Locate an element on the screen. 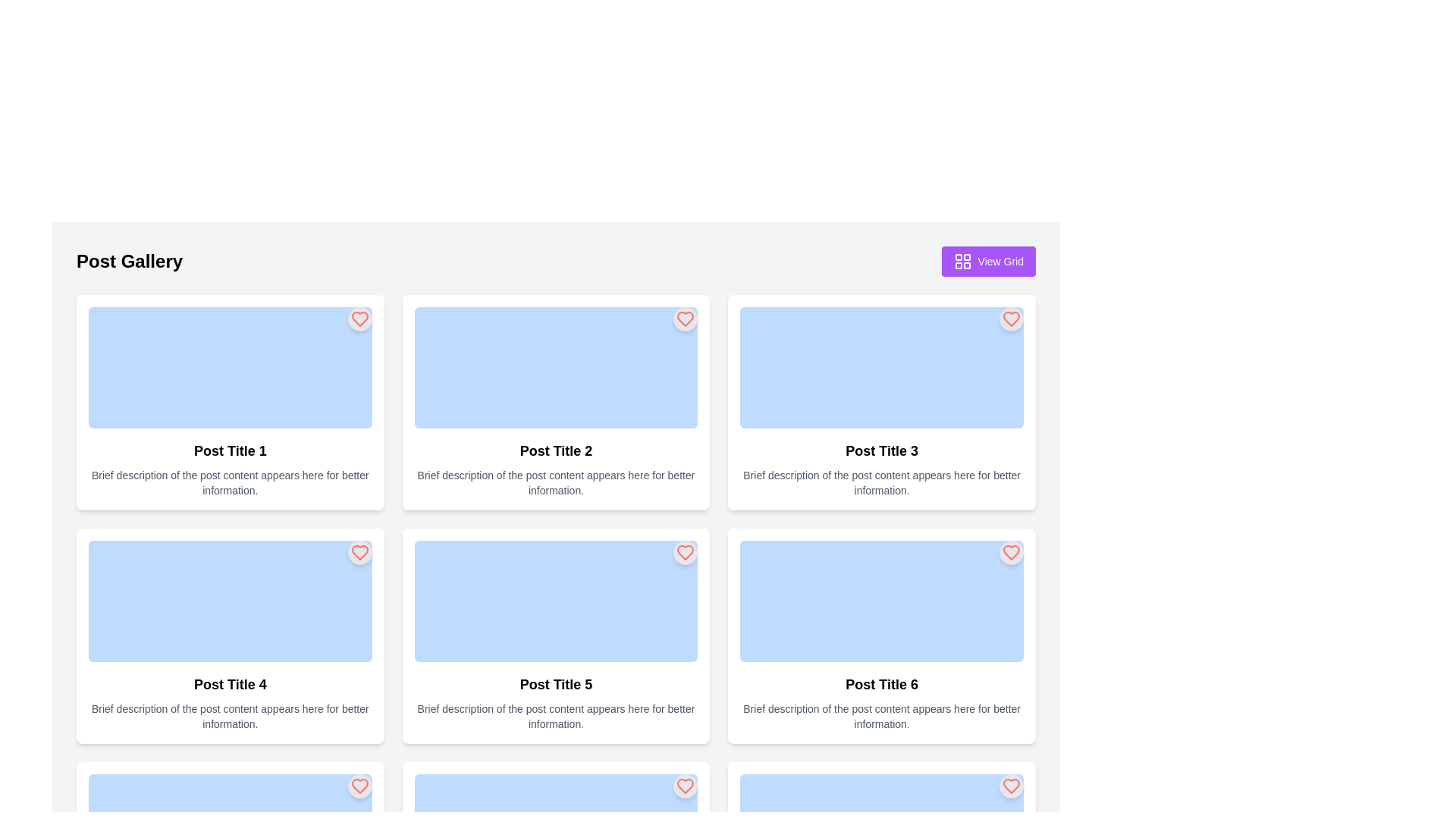  the heart-shaped icon located in the top right corner of the card labeled 'Post Title 5' is located at coordinates (685, 553).